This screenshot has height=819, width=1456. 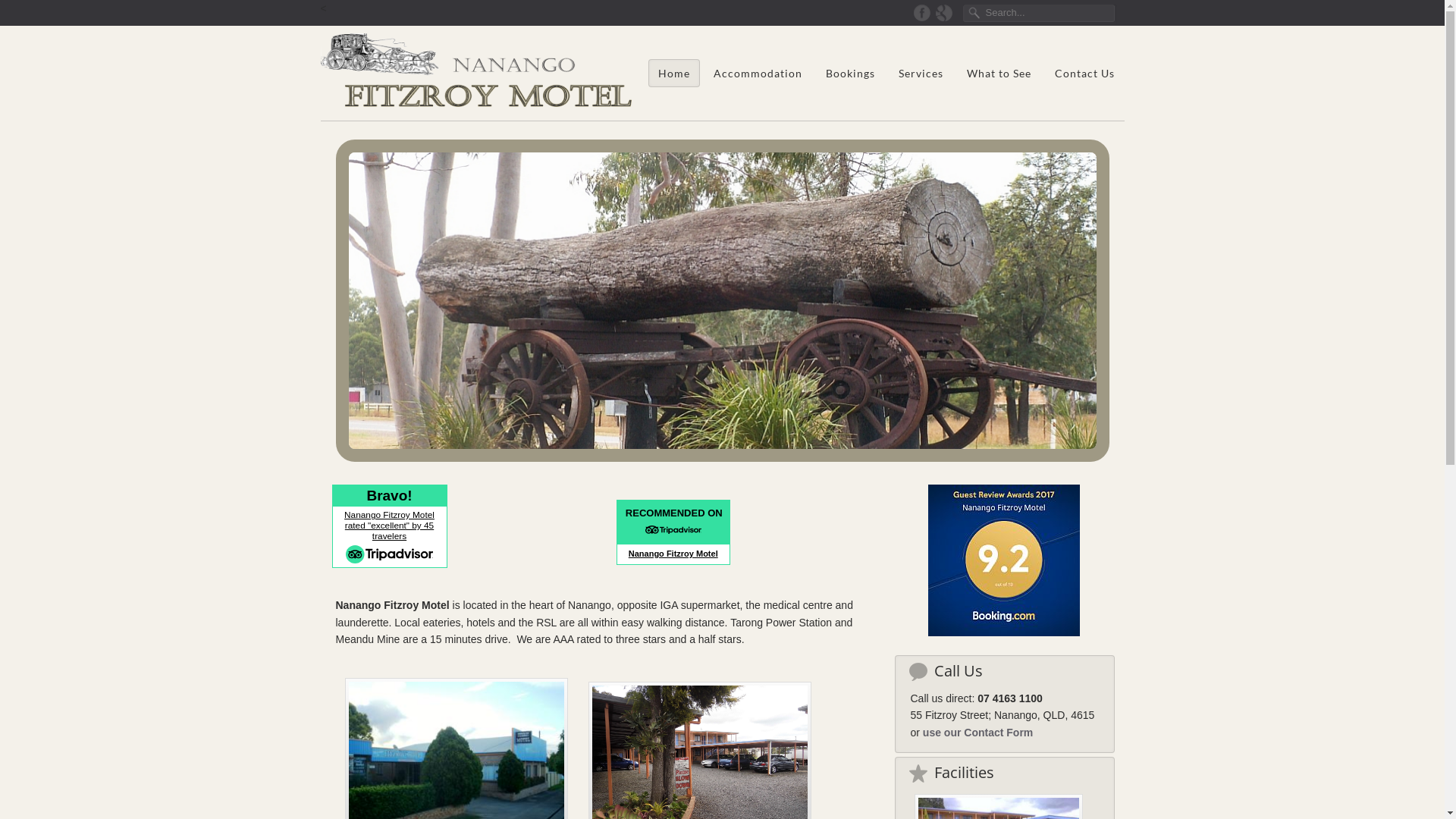 I want to click on 'Facebook', so click(x=921, y=12).